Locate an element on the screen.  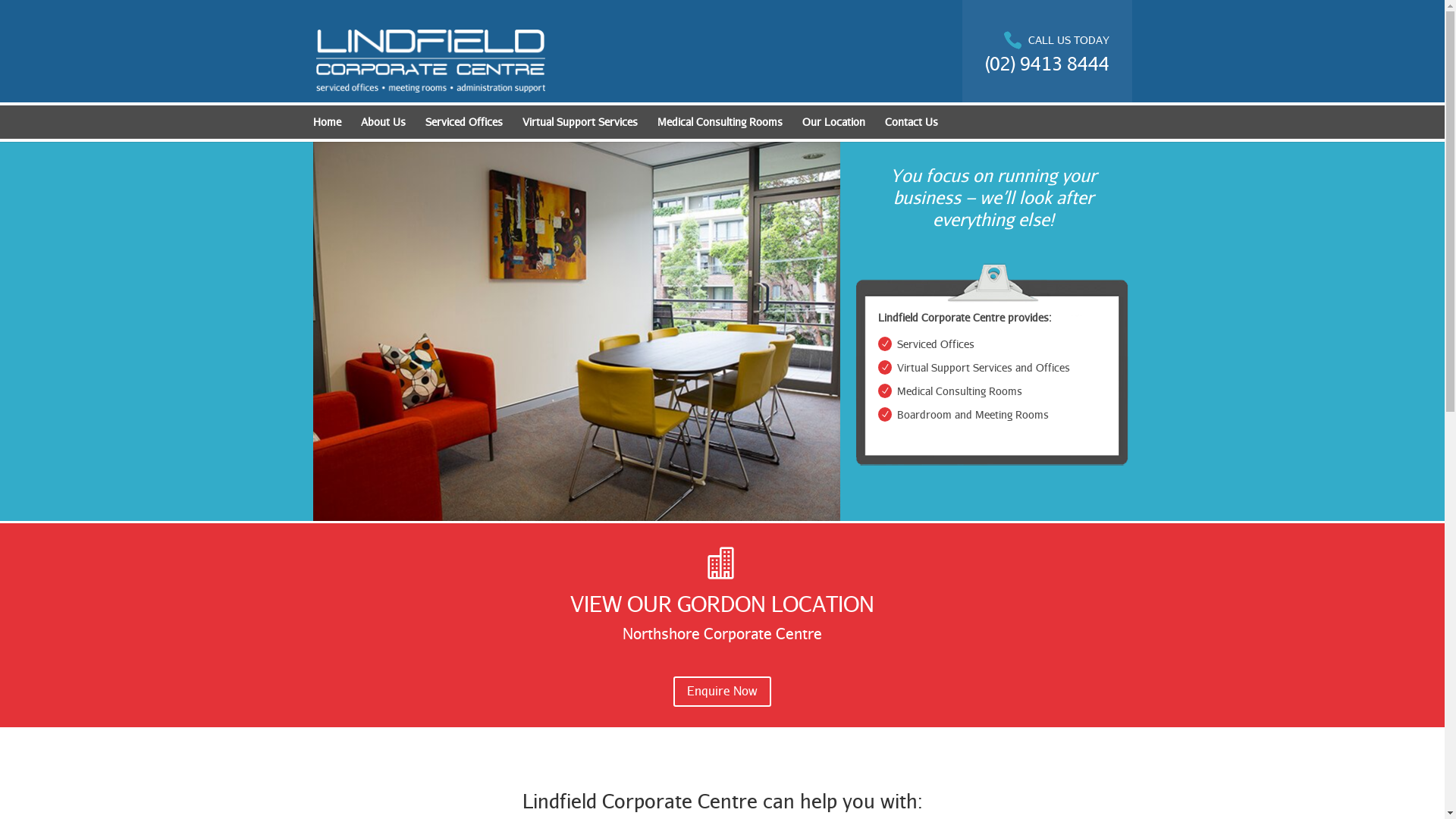
'Home' is located at coordinates (312, 124).